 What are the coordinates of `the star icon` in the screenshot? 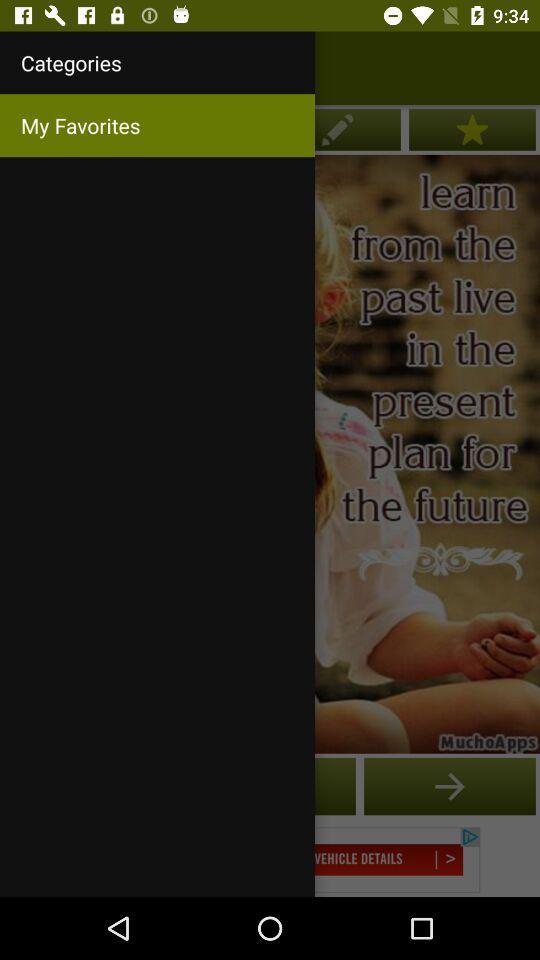 It's located at (472, 128).